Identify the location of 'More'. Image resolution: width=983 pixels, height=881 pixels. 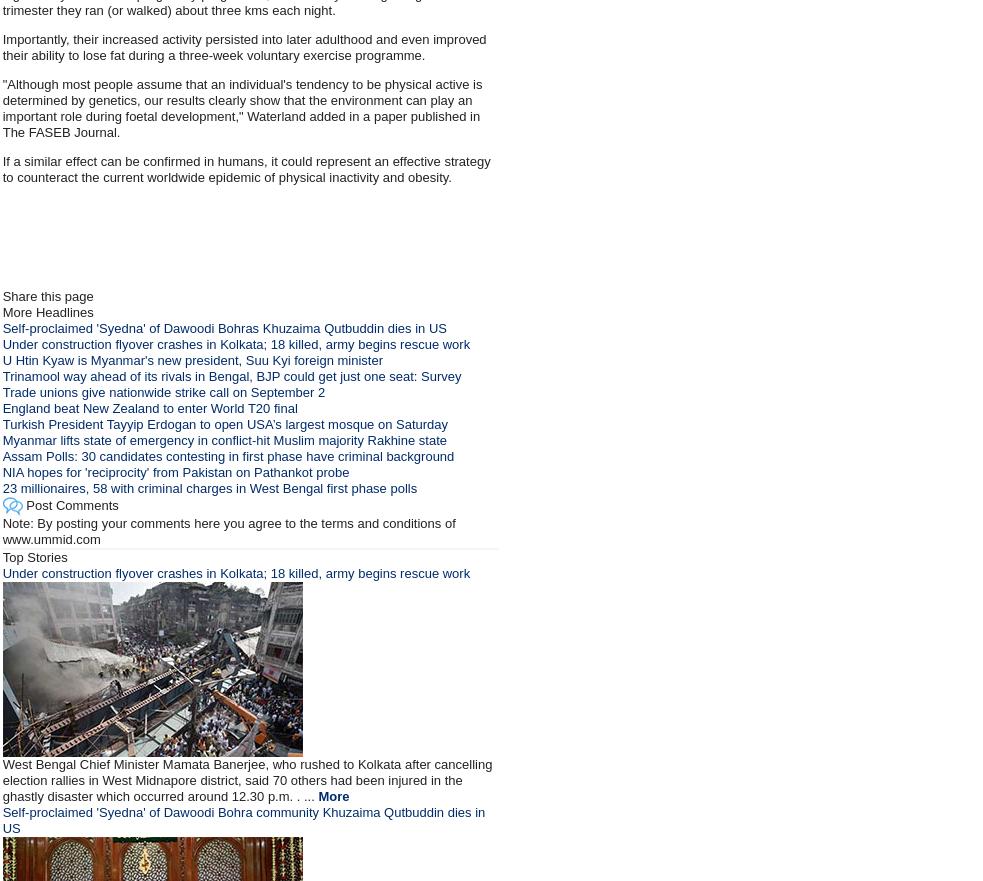
(318, 796).